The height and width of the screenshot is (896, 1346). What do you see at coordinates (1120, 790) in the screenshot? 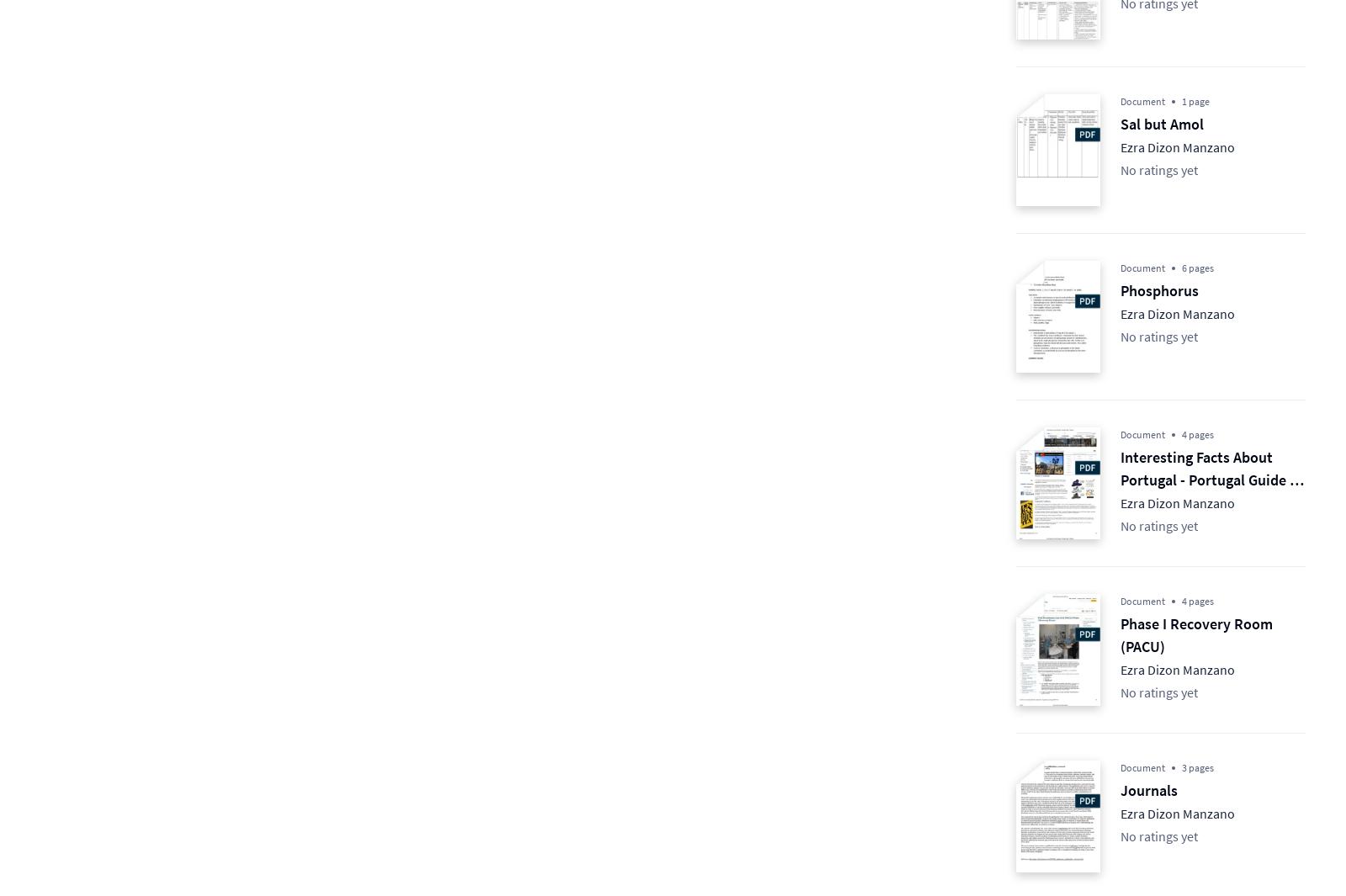
I see `'Journals'` at bounding box center [1120, 790].